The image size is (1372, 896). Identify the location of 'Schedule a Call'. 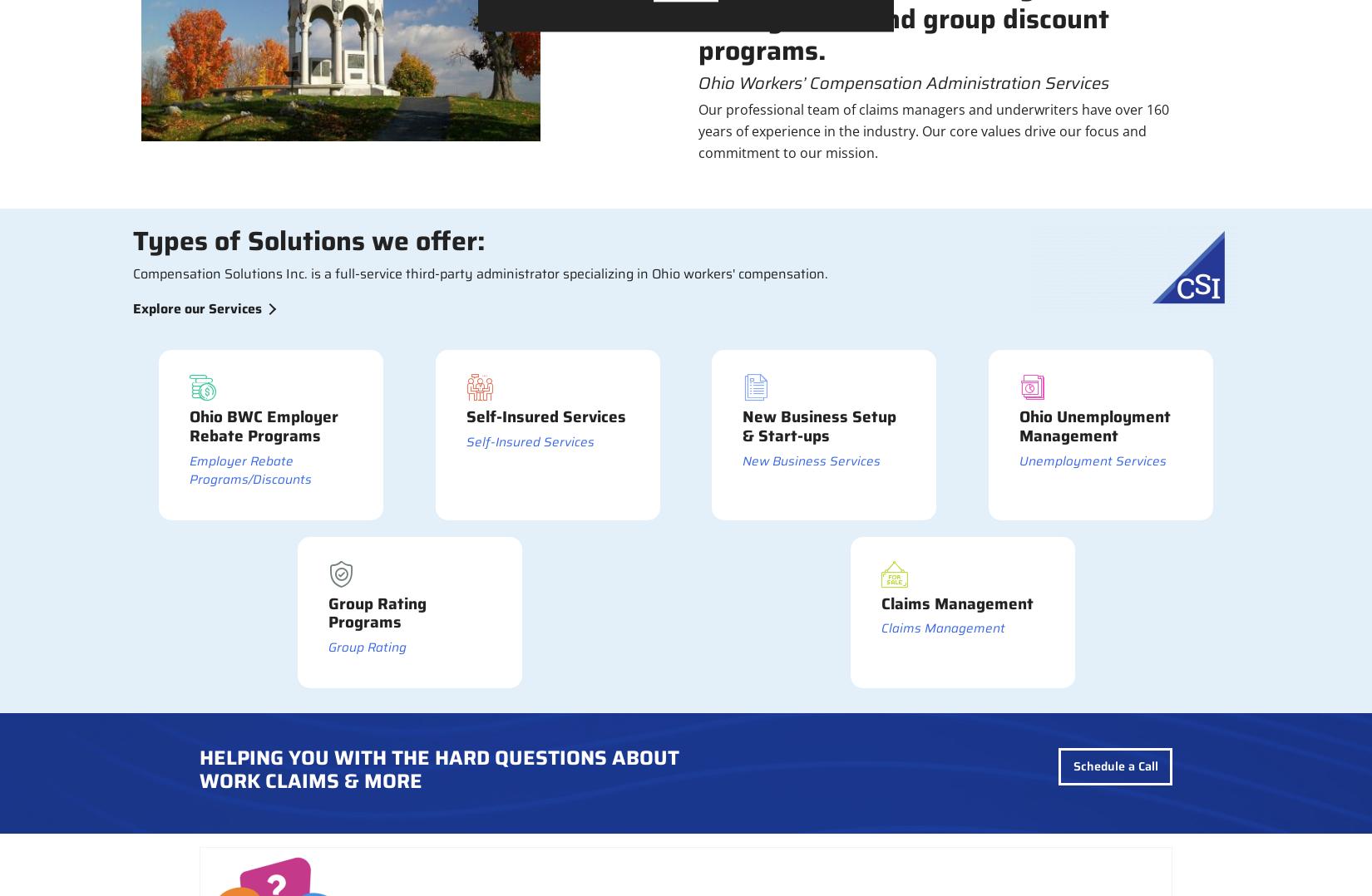
(1113, 766).